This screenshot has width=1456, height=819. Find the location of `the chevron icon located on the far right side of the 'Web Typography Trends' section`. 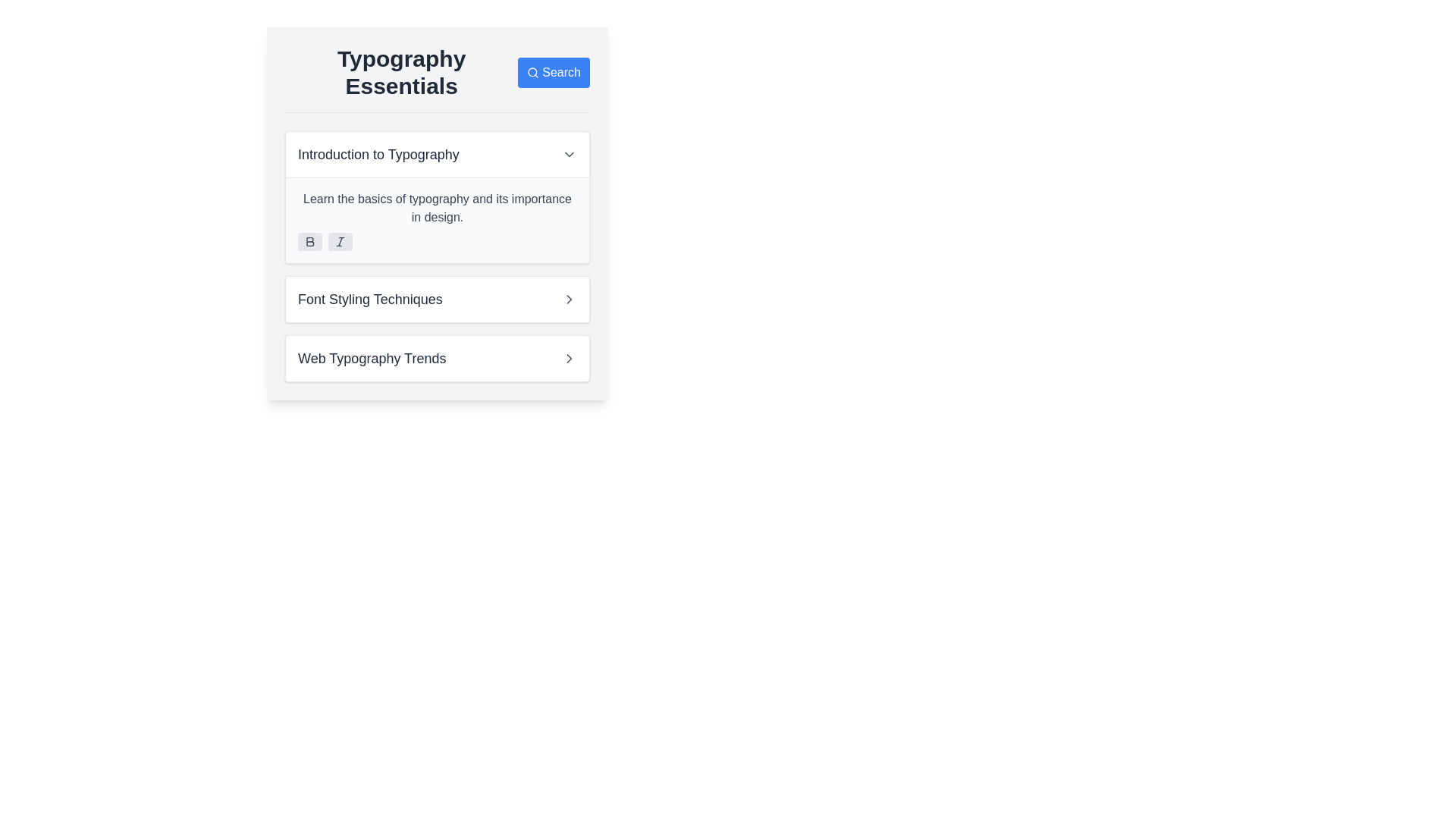

the chevron icon located on the far right side of the 'Web Typography Trends' section is located at coordinates (568, 359).